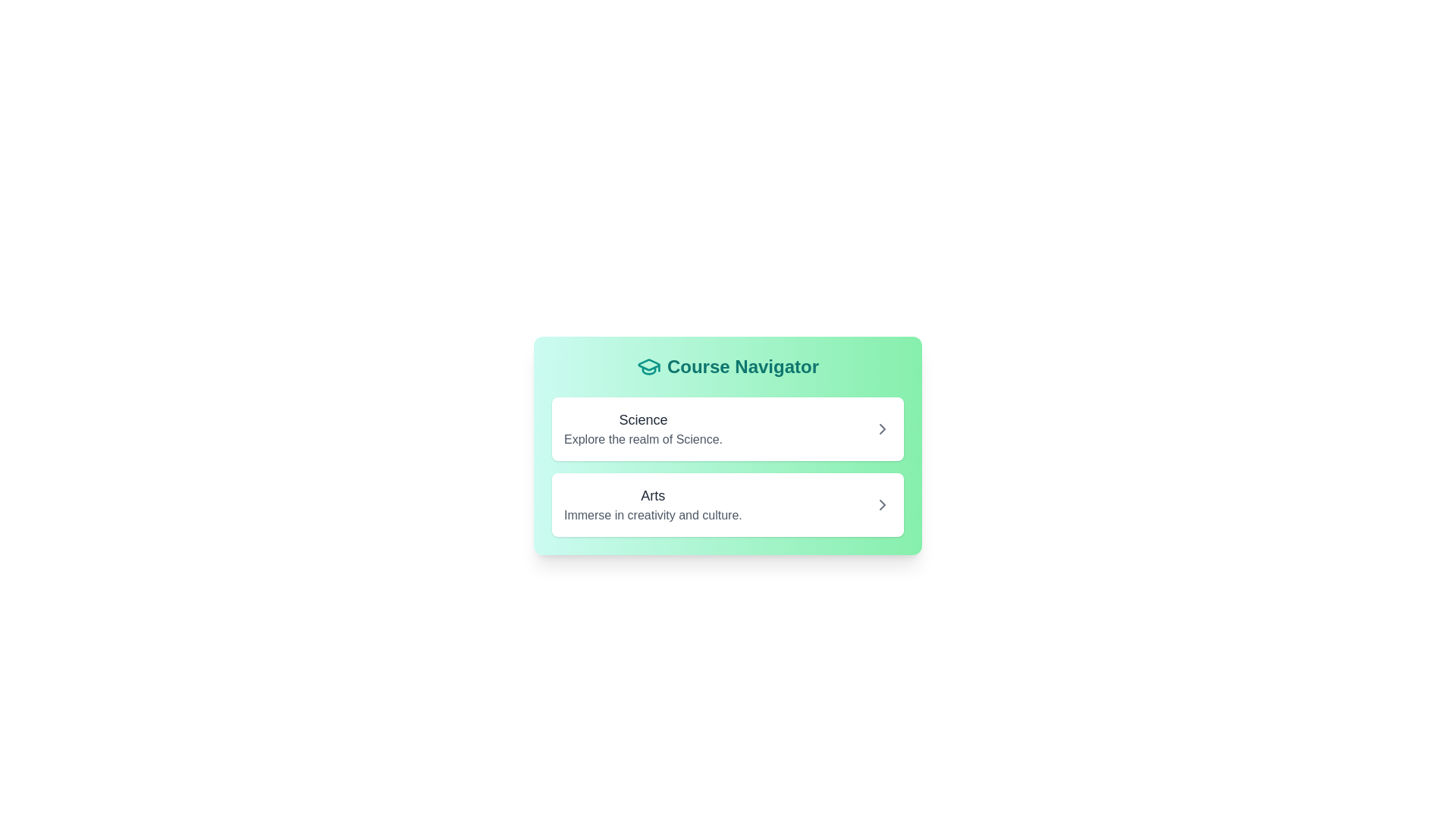  What do you see at coordinates (882, 505) in the screenshot?
I see `the navigation arrow icon located to the far right of the 'Arts' listing in the 'Course Navigator' component` at bounding box center [882, 505].